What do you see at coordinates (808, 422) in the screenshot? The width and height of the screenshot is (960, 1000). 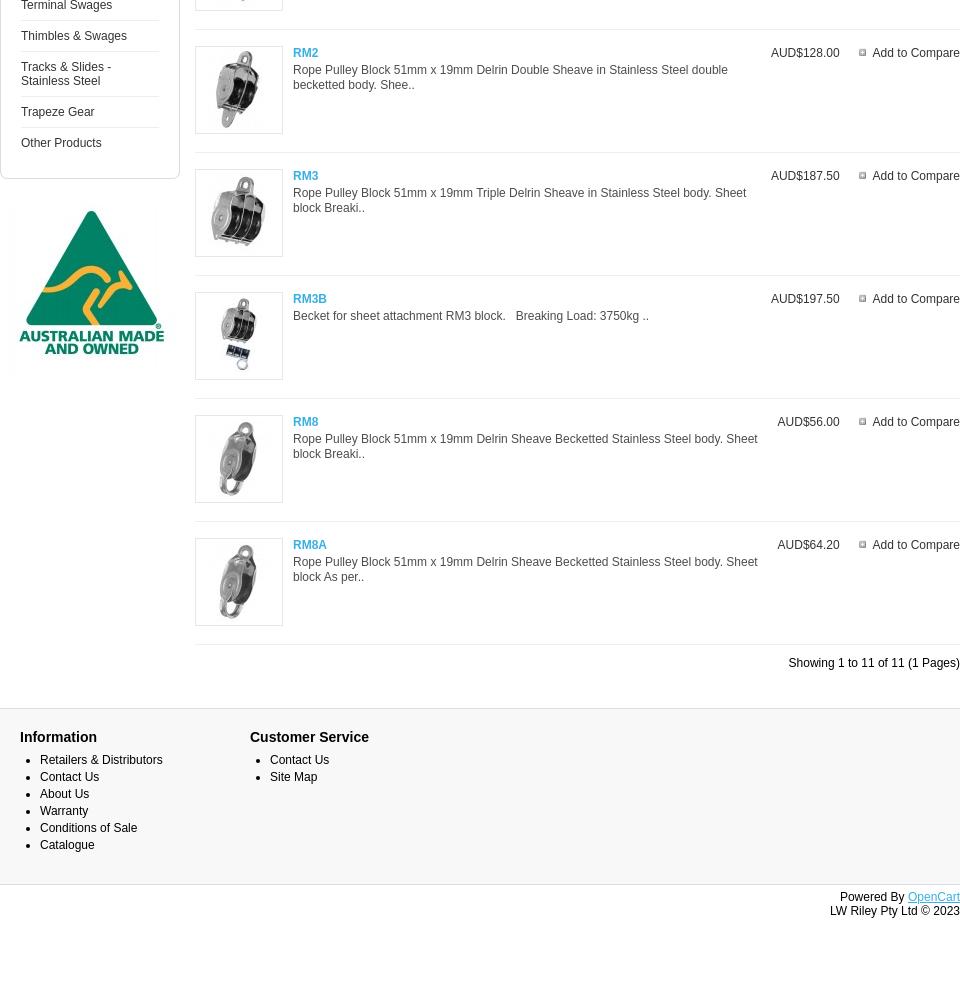 I see `'AUD$56.00'` at bounding box center [808, 422].